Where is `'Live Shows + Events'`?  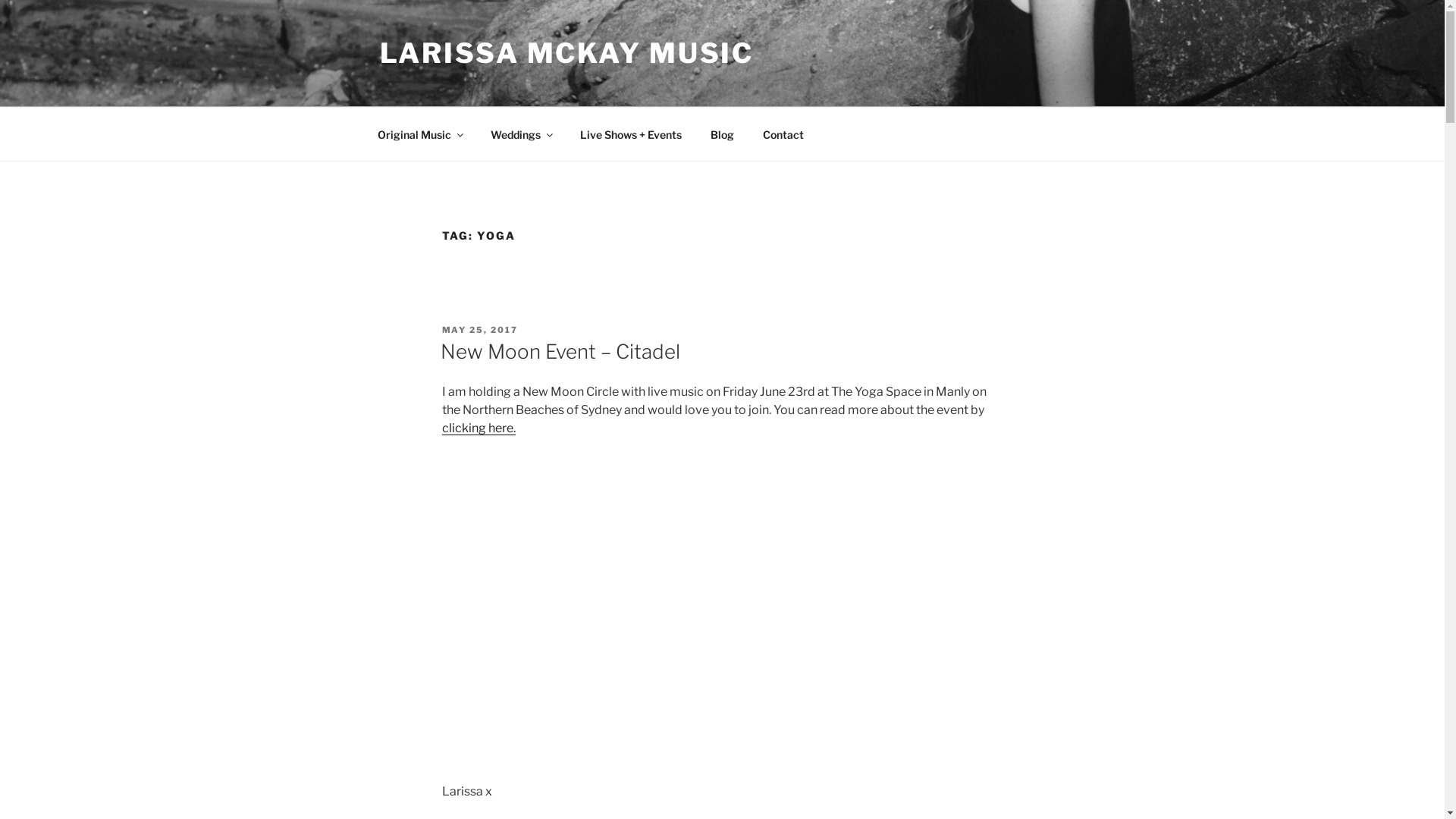 'Live Shows + Events' is located at coordinates (631, 133).